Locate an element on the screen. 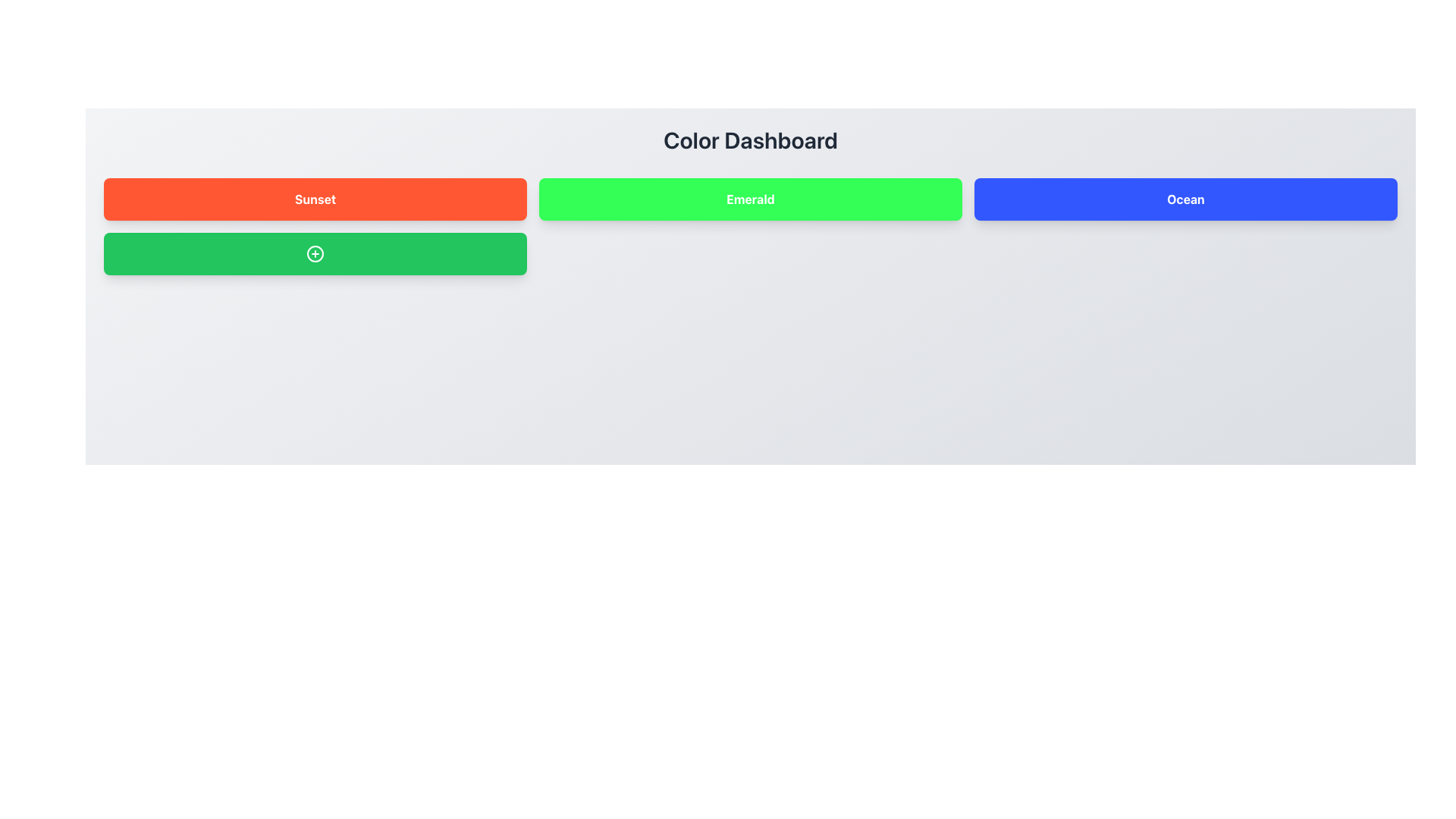  the green circular icon with a white plus sign located at the center of the green rectangular button labeled 'Emerald' is located at coordinates (315, 253).